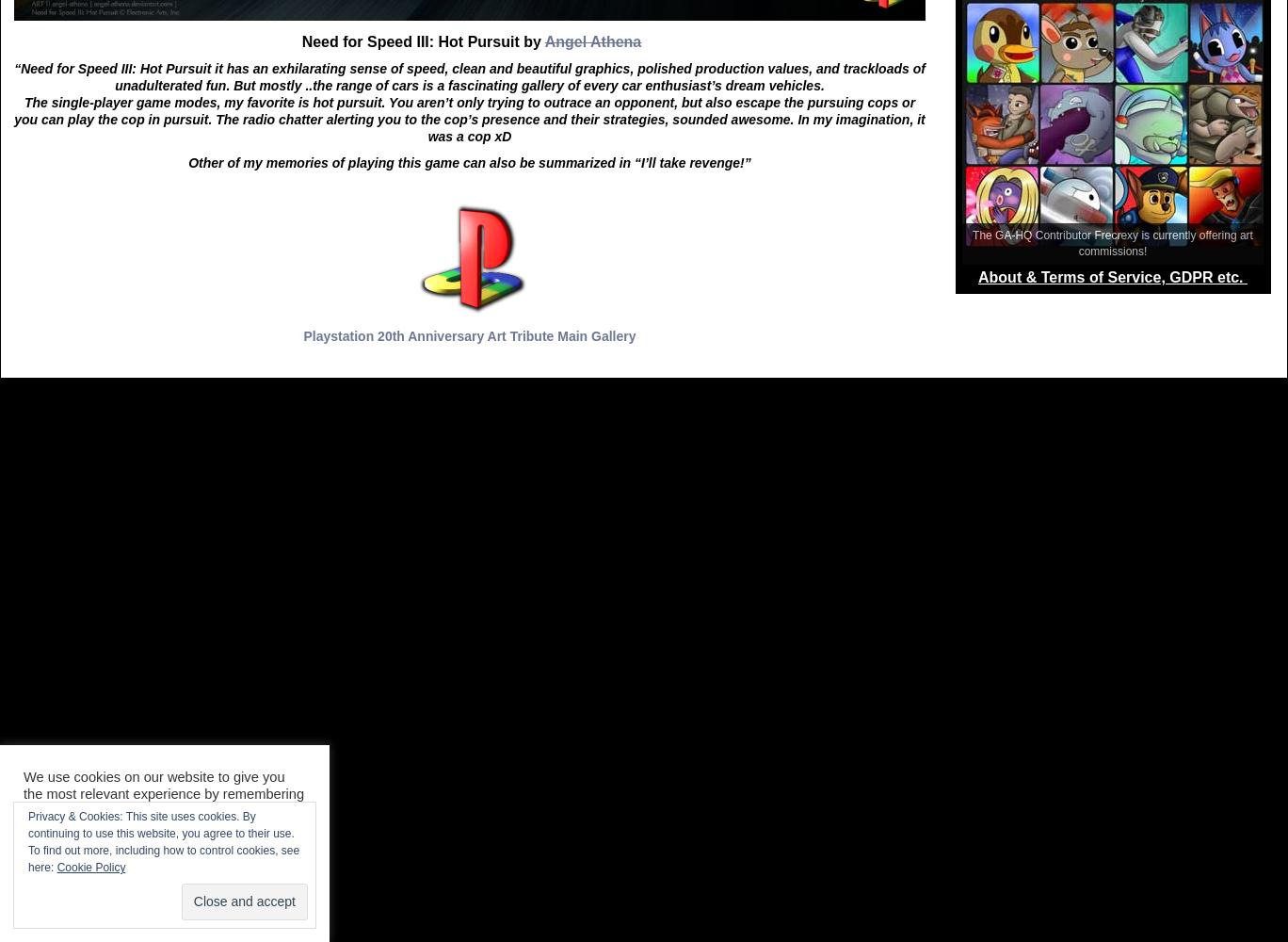 This screenshot has height=942, width=1288. What do you see at coordinates (1112, 277) in the screenshot?
I see `'About & Terms of Service, GDPR etc.'` at bounding box center [1112, 277].